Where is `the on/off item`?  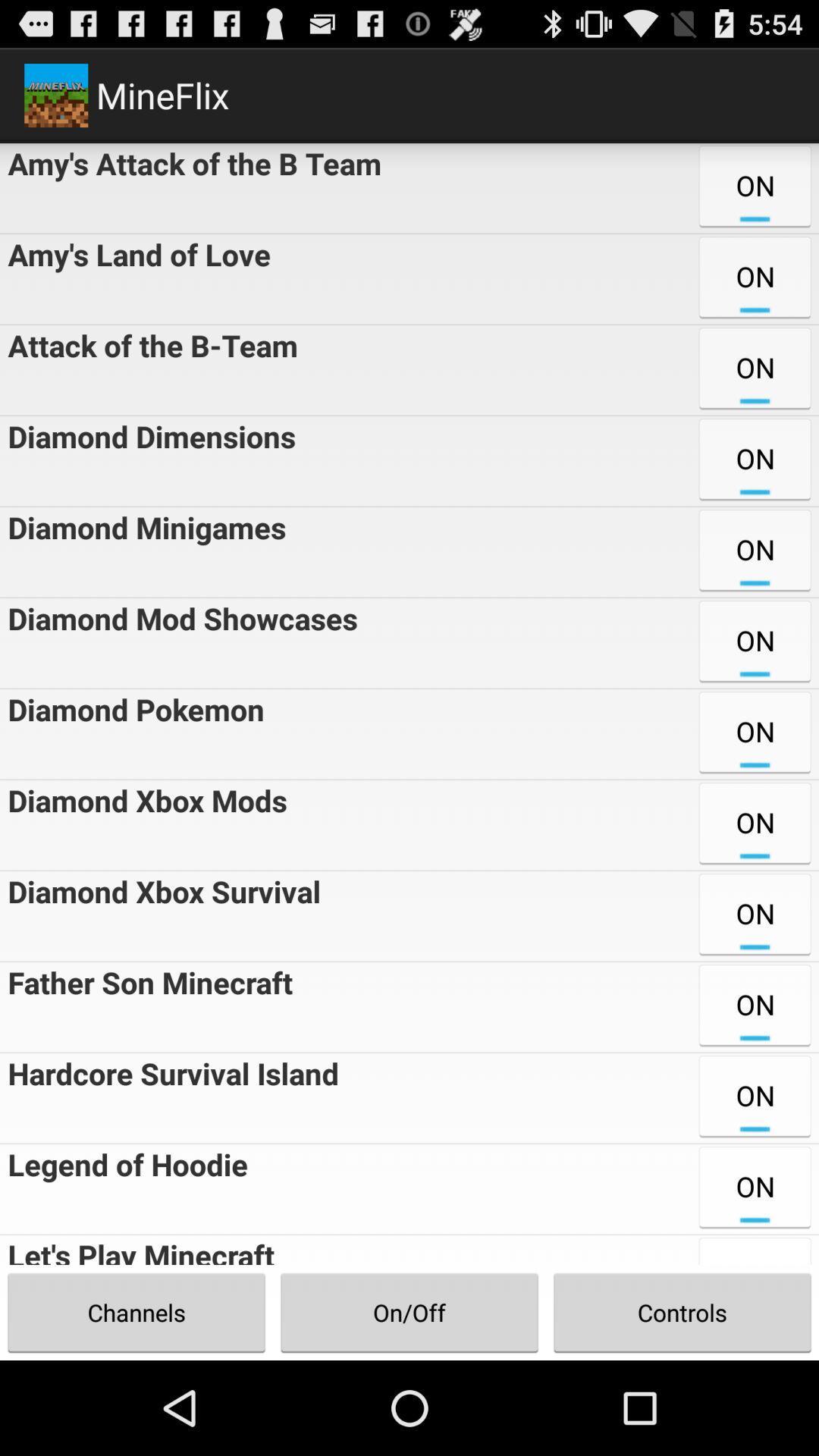 the on/off item is located at coordinates (409, 1312).